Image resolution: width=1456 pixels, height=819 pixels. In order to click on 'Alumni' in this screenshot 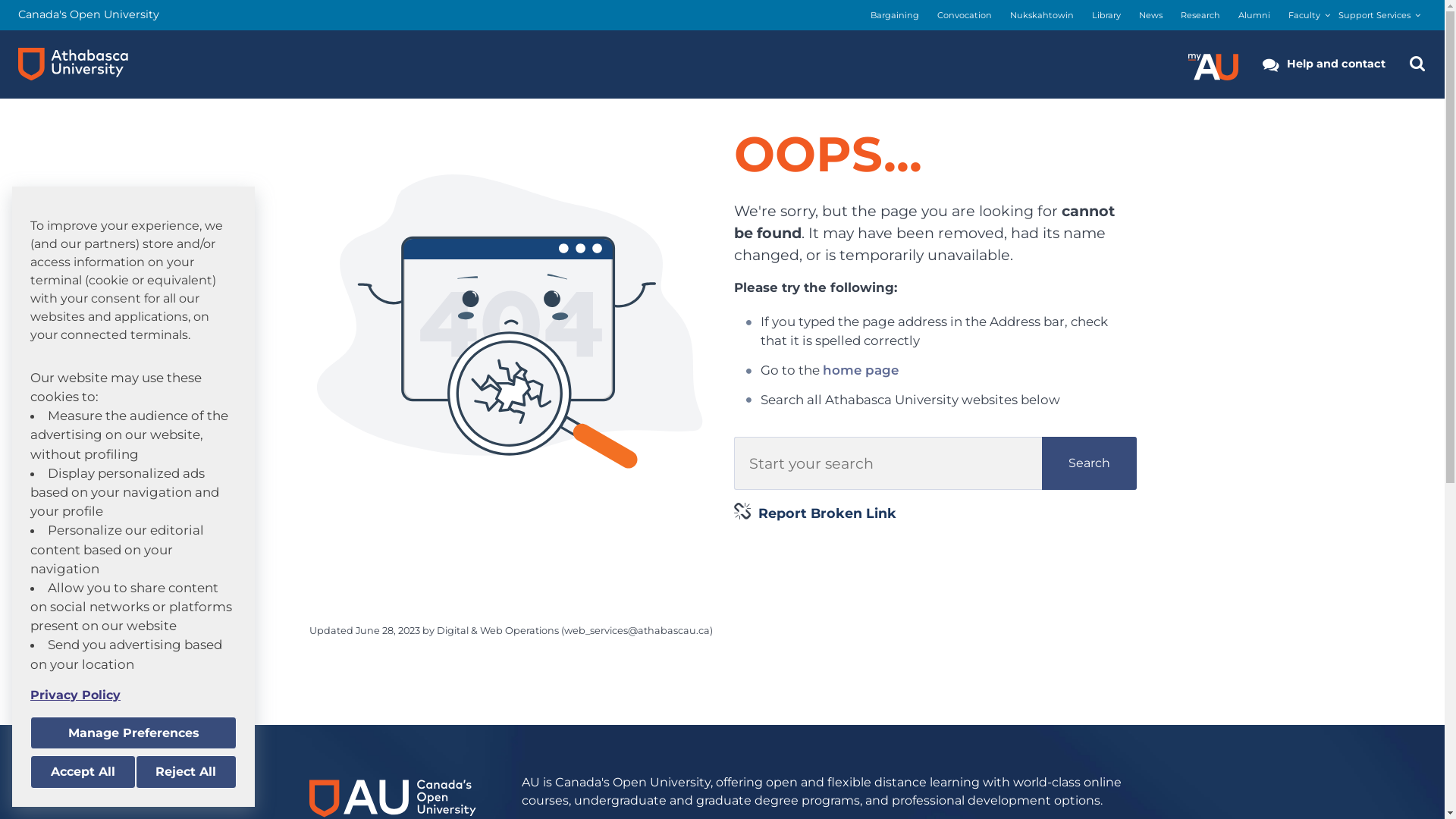, I will do `click(1254, 15)`.